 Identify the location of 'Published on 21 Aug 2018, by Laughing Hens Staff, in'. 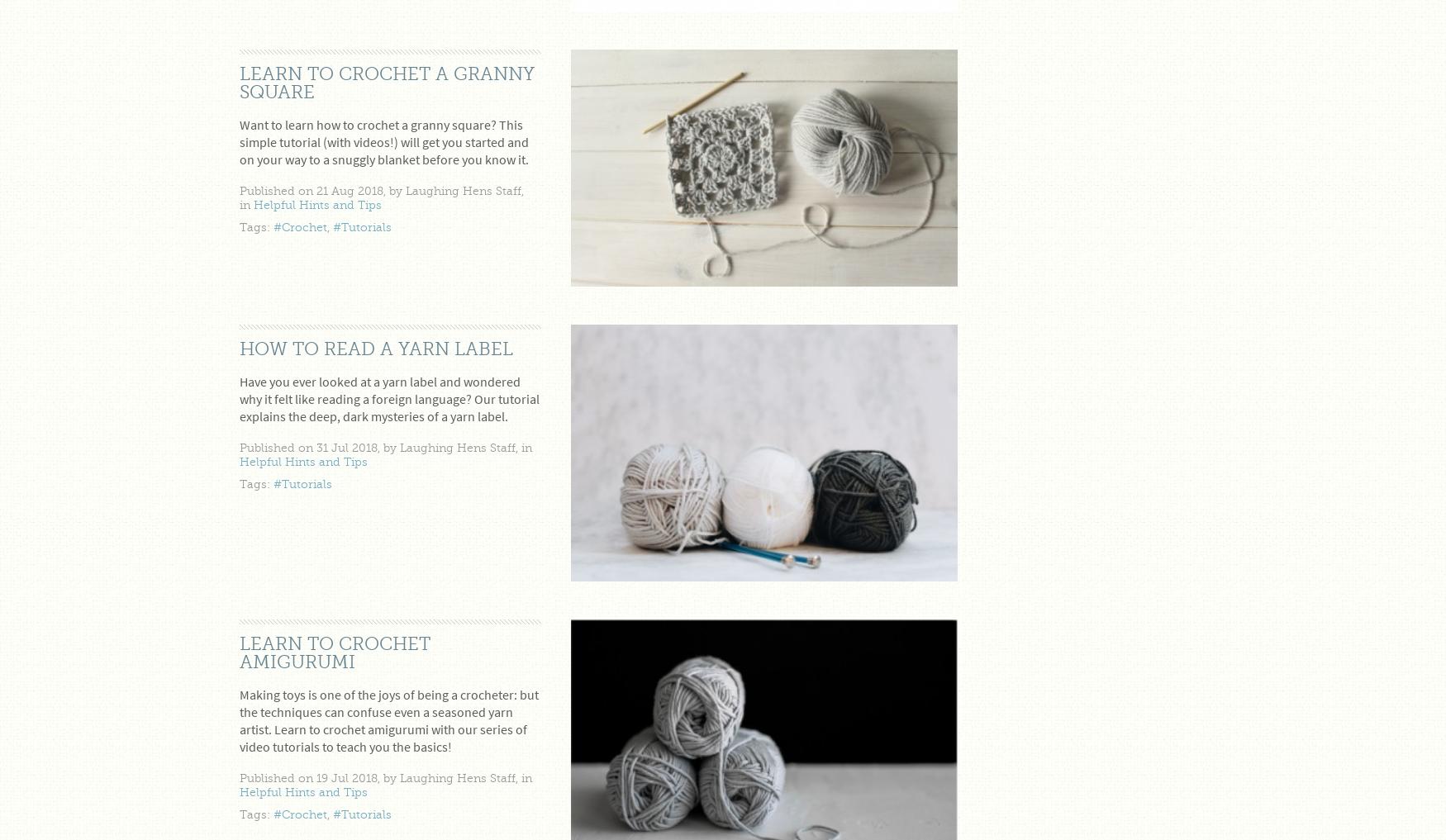
(382, 196).